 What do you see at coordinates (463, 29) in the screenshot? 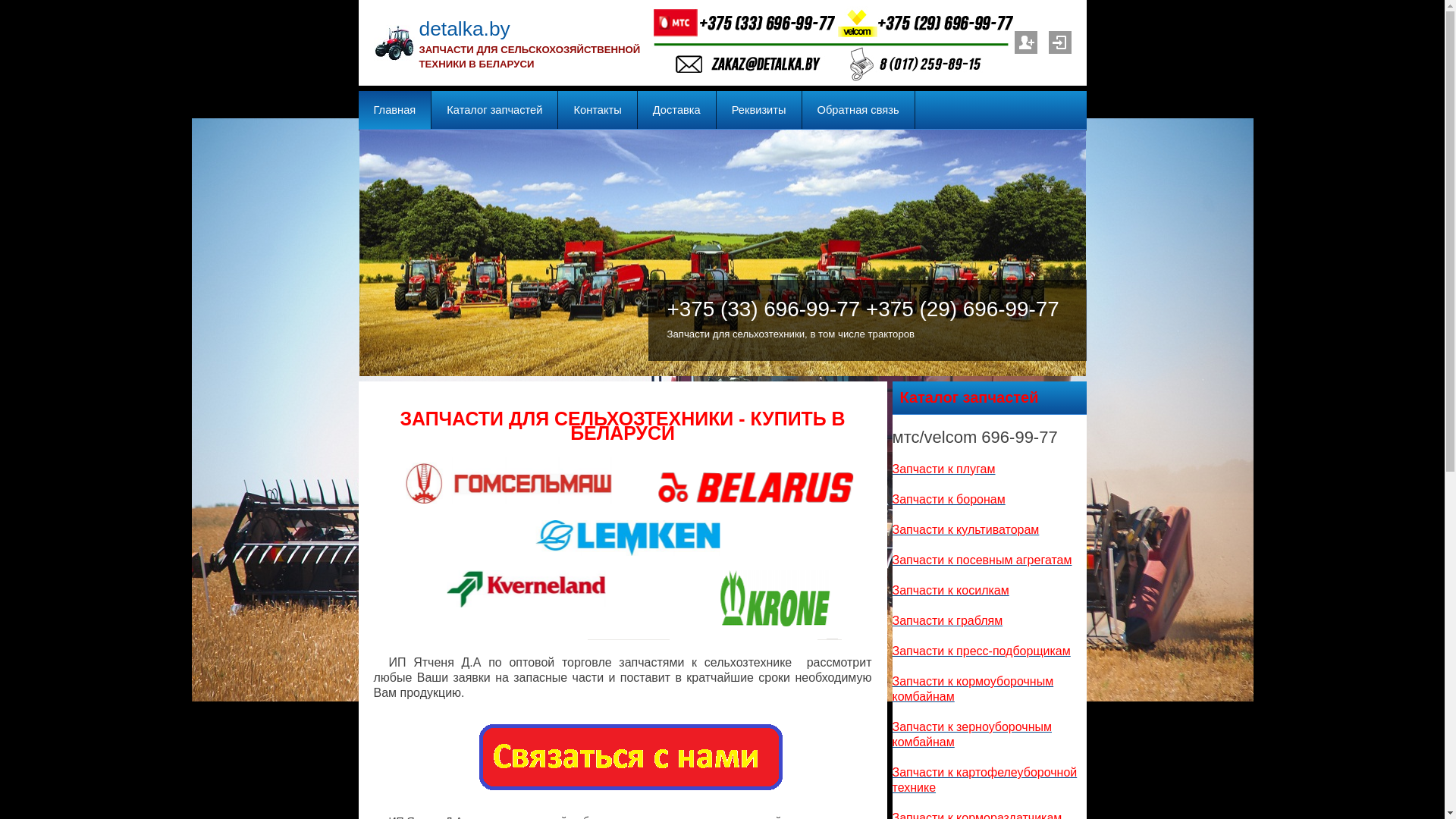
I see `'detalka.by'` at bounding box center [463, 29].